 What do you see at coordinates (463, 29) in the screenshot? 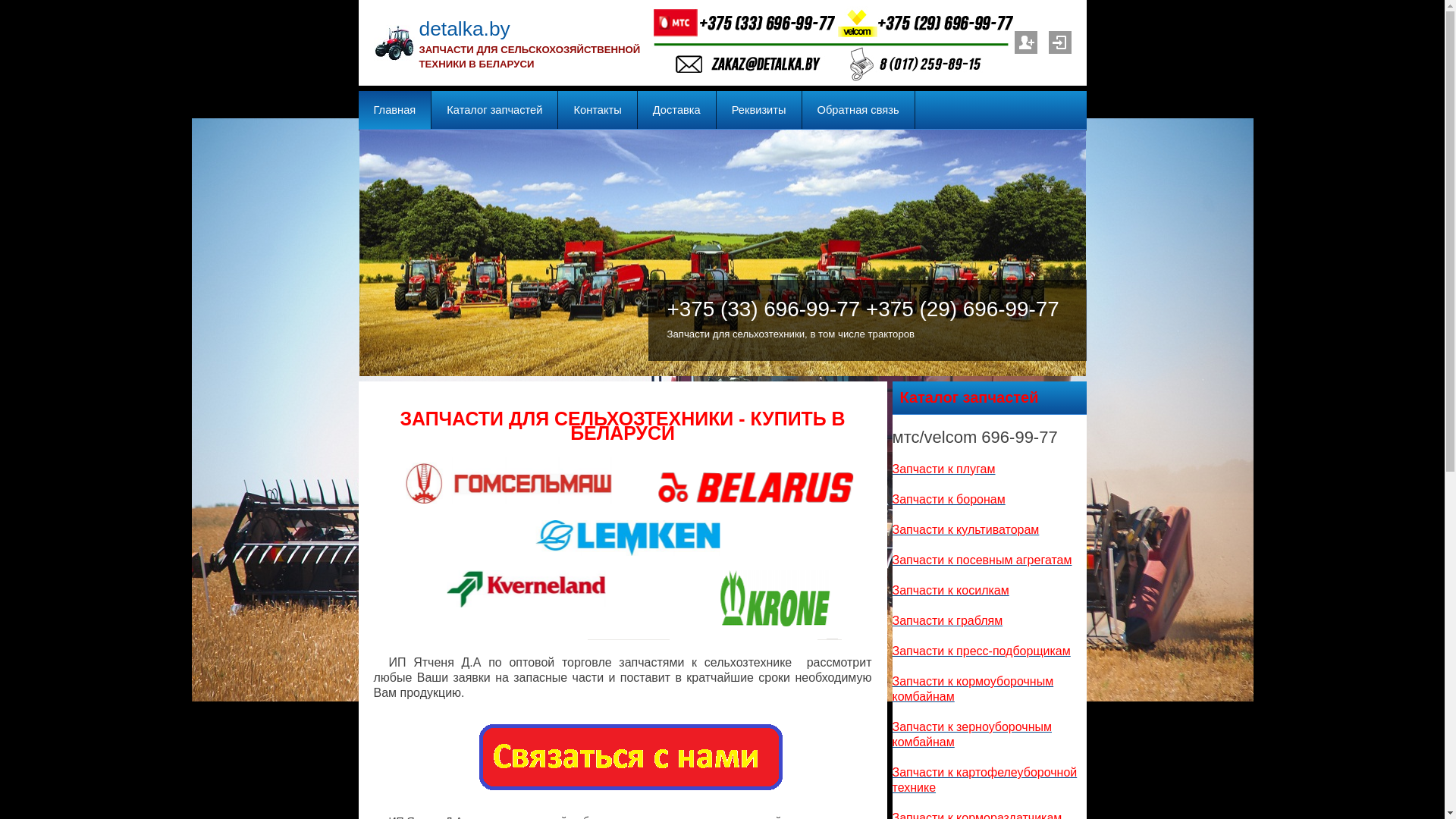
I see `'detalka.by'` at bounding box center [463, 29].